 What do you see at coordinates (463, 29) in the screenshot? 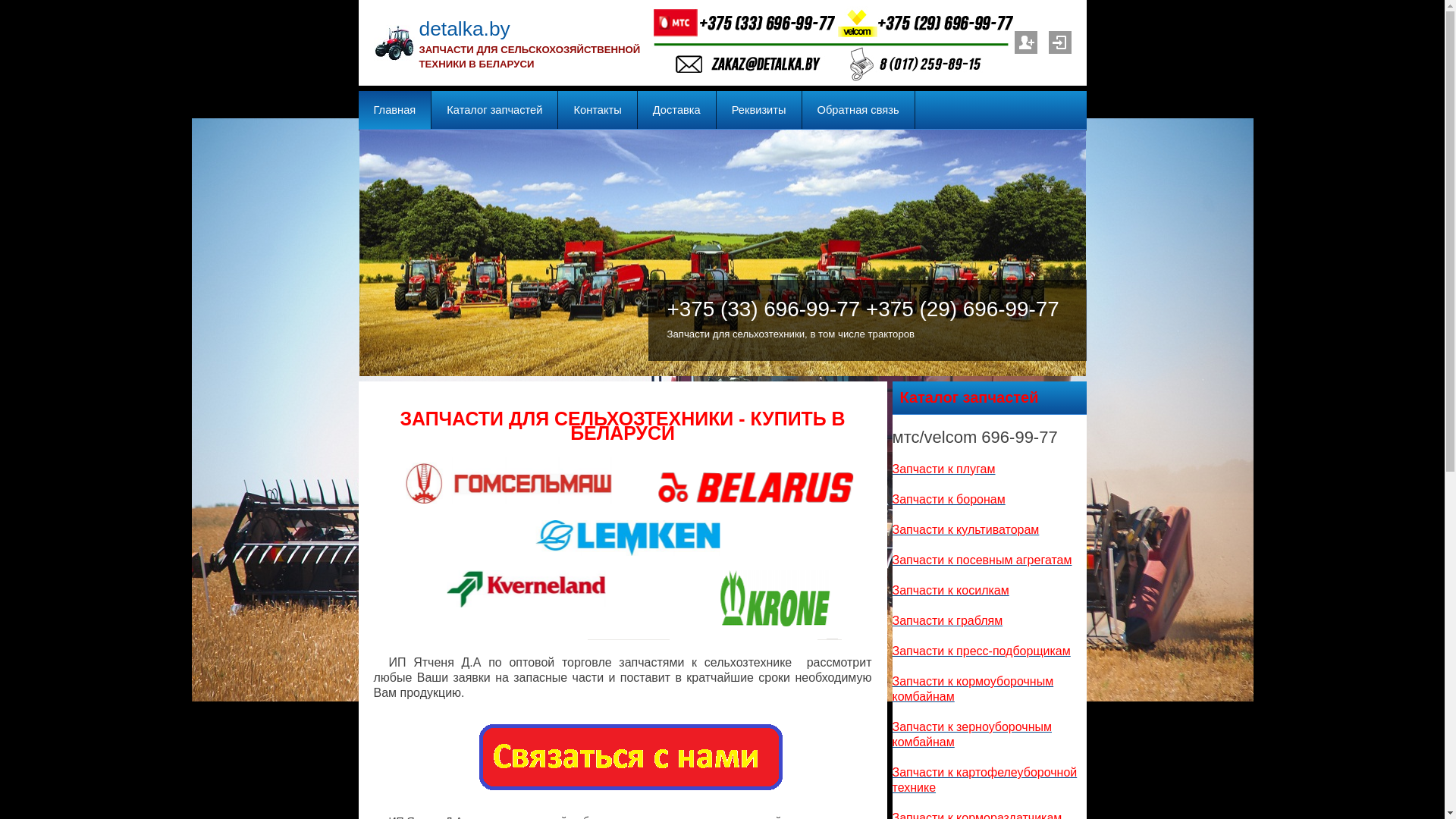
I see `'detalka.by'` at bounding box center [463, 29].